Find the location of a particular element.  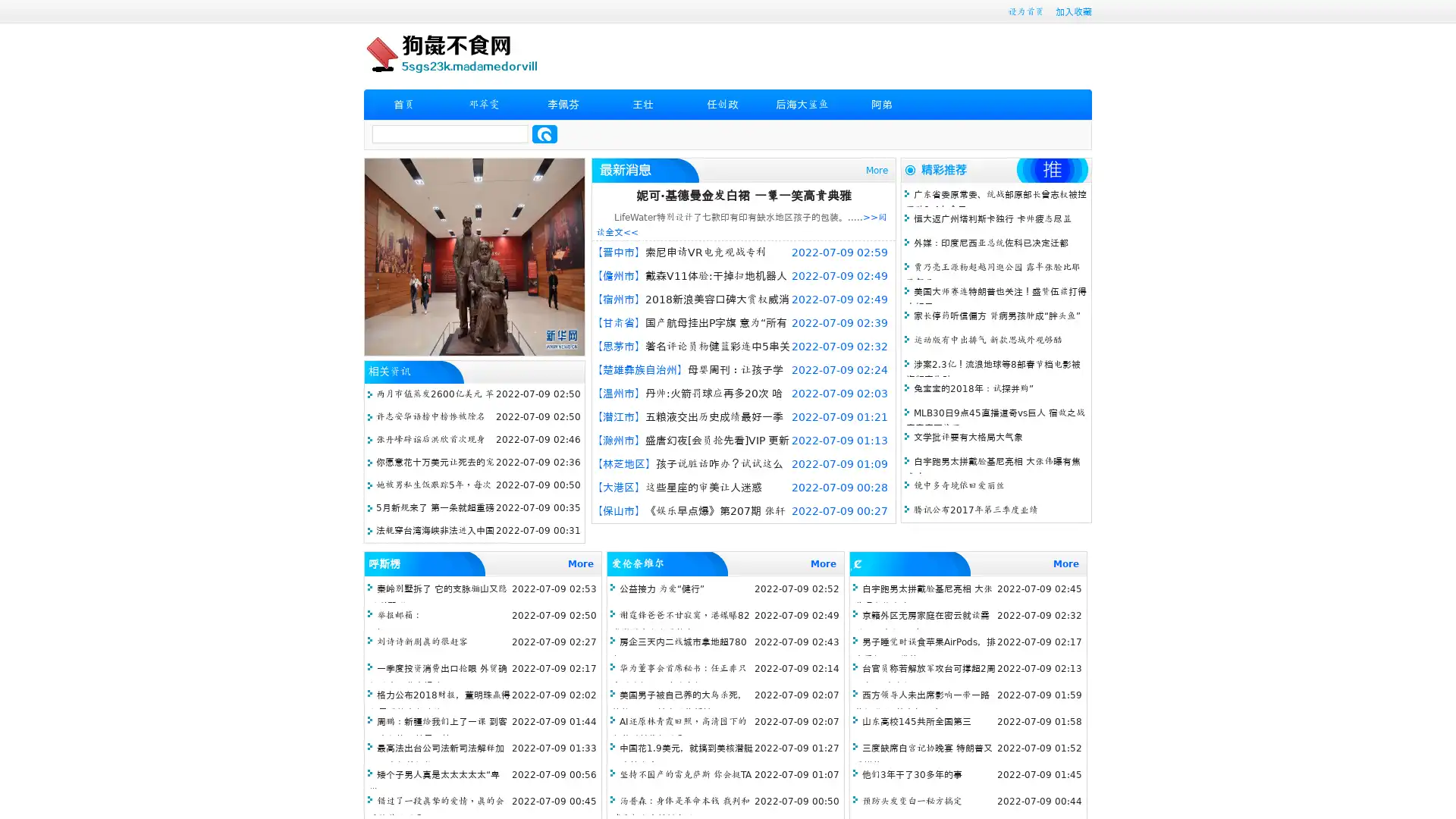

Search is located at coordinates (544, 133).